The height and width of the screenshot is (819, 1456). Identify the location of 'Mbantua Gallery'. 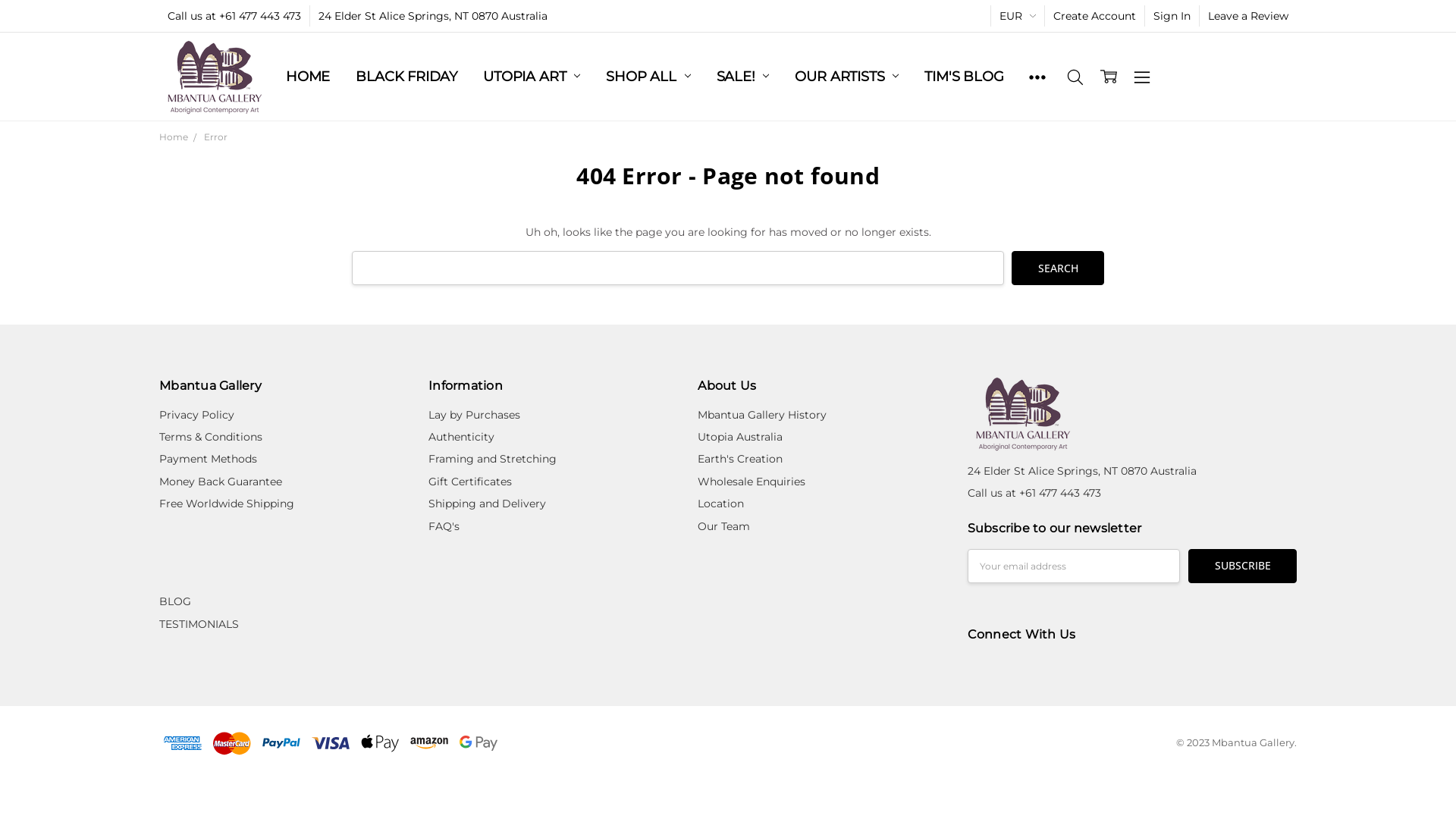
(214, 77).